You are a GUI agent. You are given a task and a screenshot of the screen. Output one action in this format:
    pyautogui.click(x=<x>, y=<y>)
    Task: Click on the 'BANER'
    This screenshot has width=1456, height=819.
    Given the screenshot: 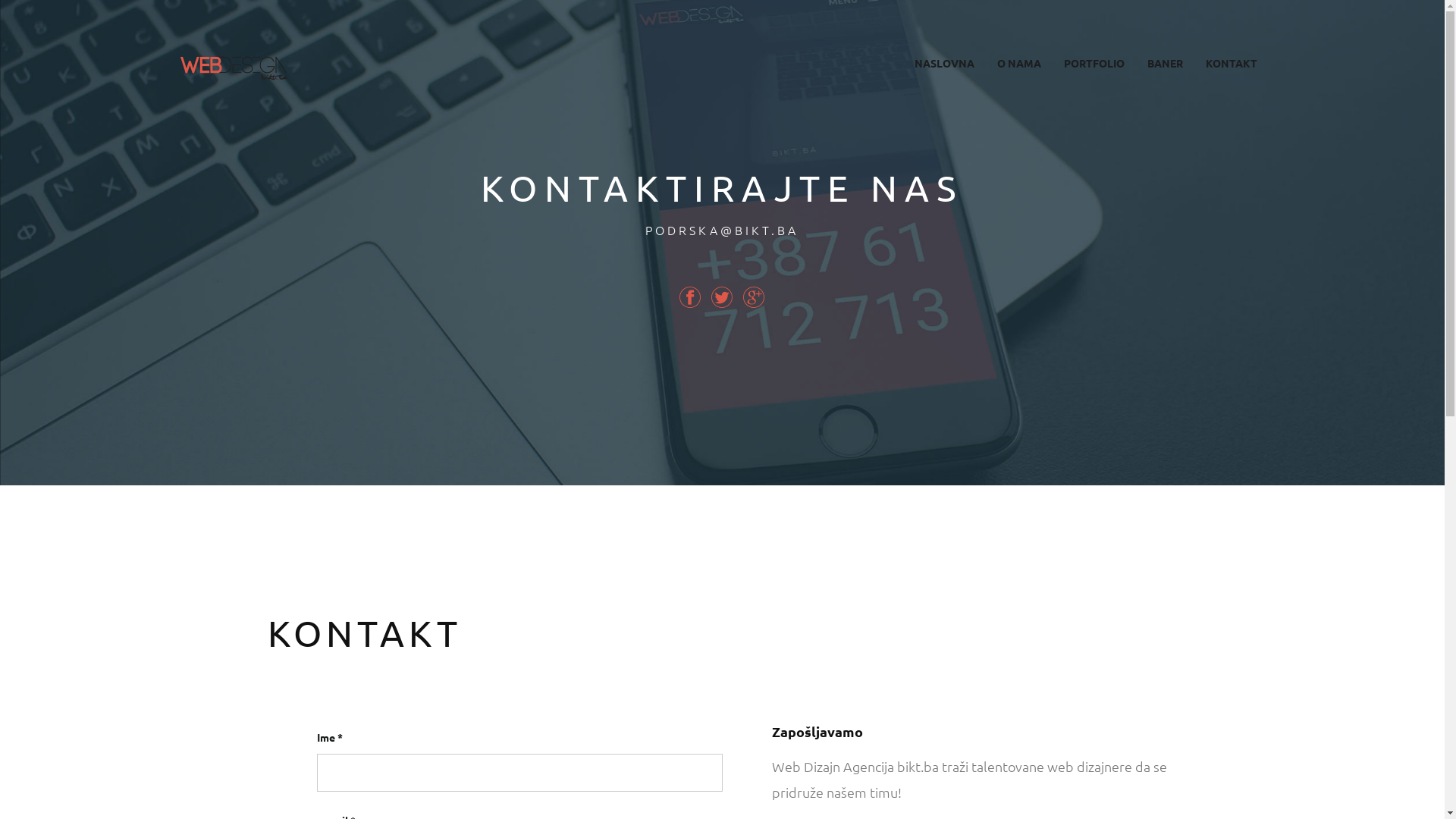 What is the action you would take?
    pyautogui.click(x=1164, y=63)
    